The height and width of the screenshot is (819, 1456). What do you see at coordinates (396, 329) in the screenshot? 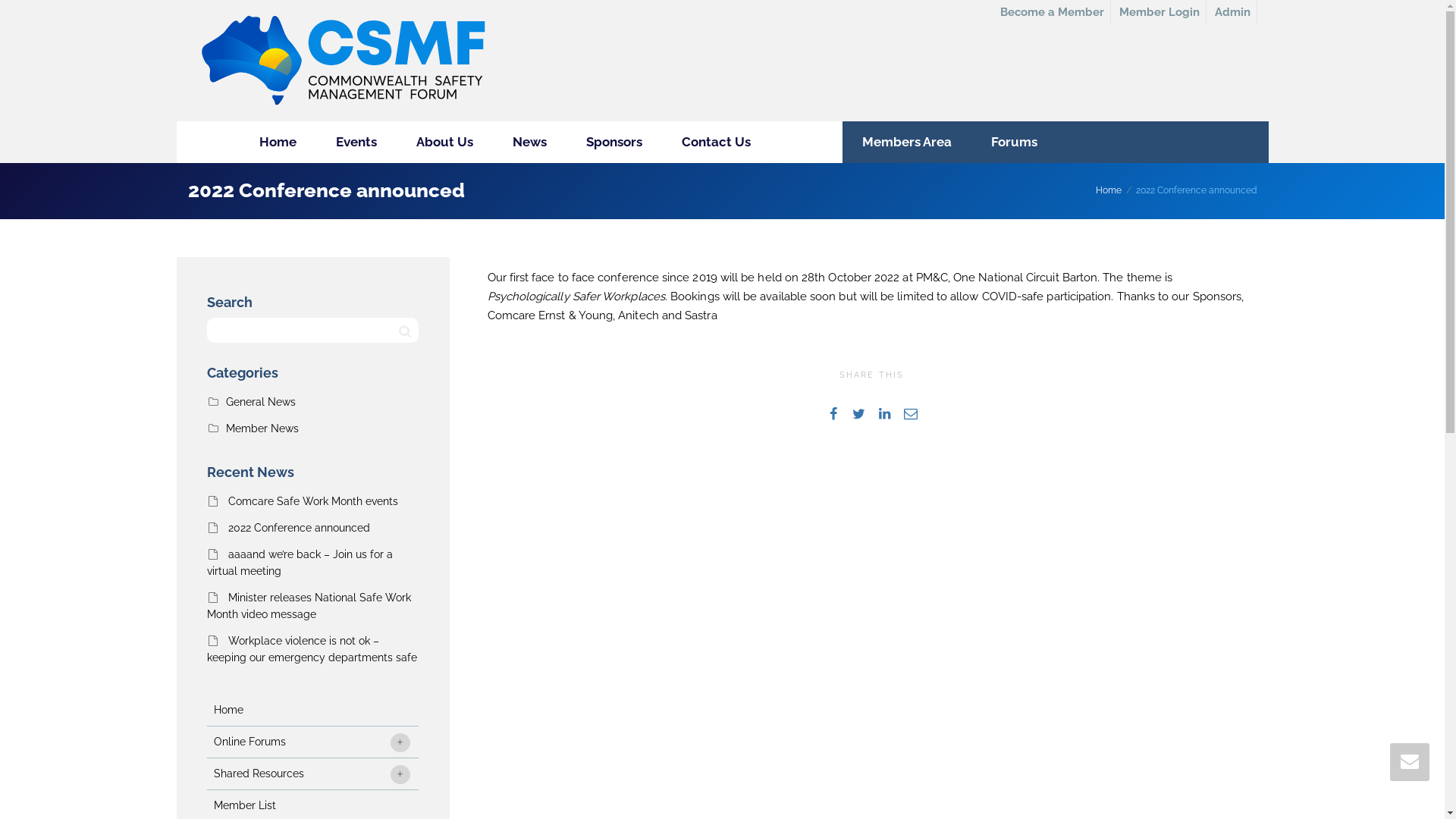
I see `'Search'` at bounding box center [396, 329].